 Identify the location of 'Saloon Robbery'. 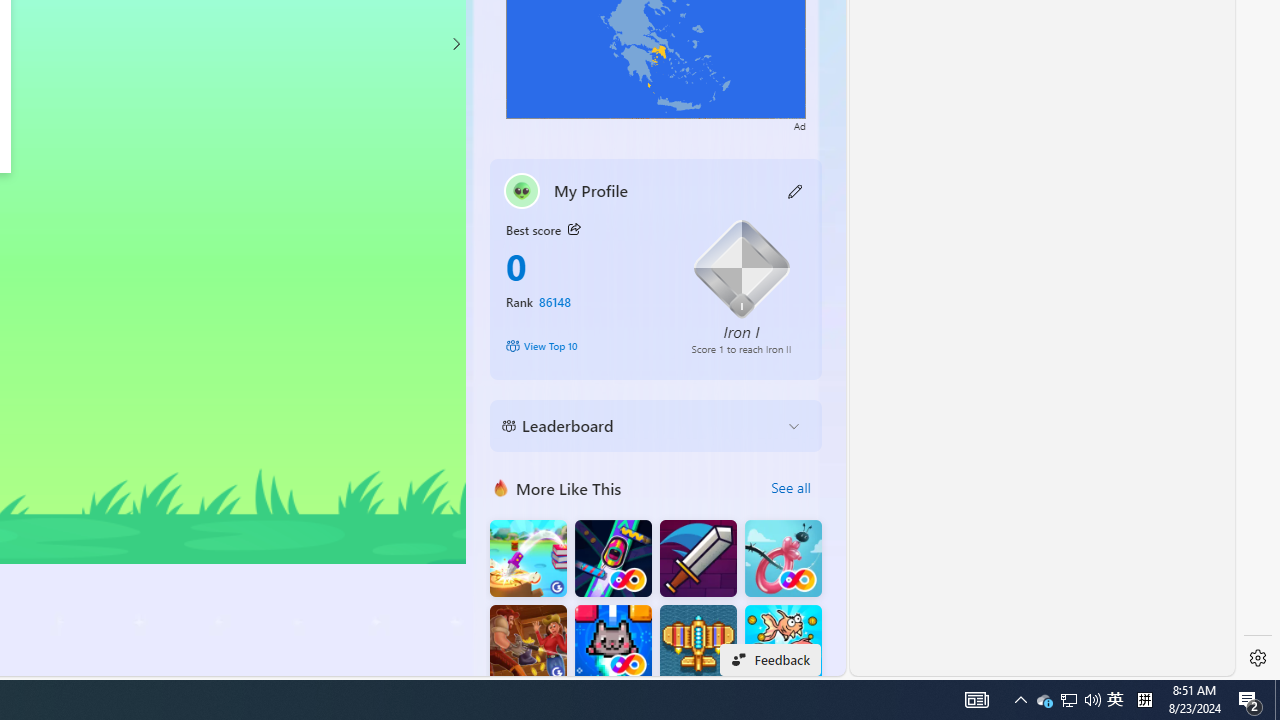
(528, 643).